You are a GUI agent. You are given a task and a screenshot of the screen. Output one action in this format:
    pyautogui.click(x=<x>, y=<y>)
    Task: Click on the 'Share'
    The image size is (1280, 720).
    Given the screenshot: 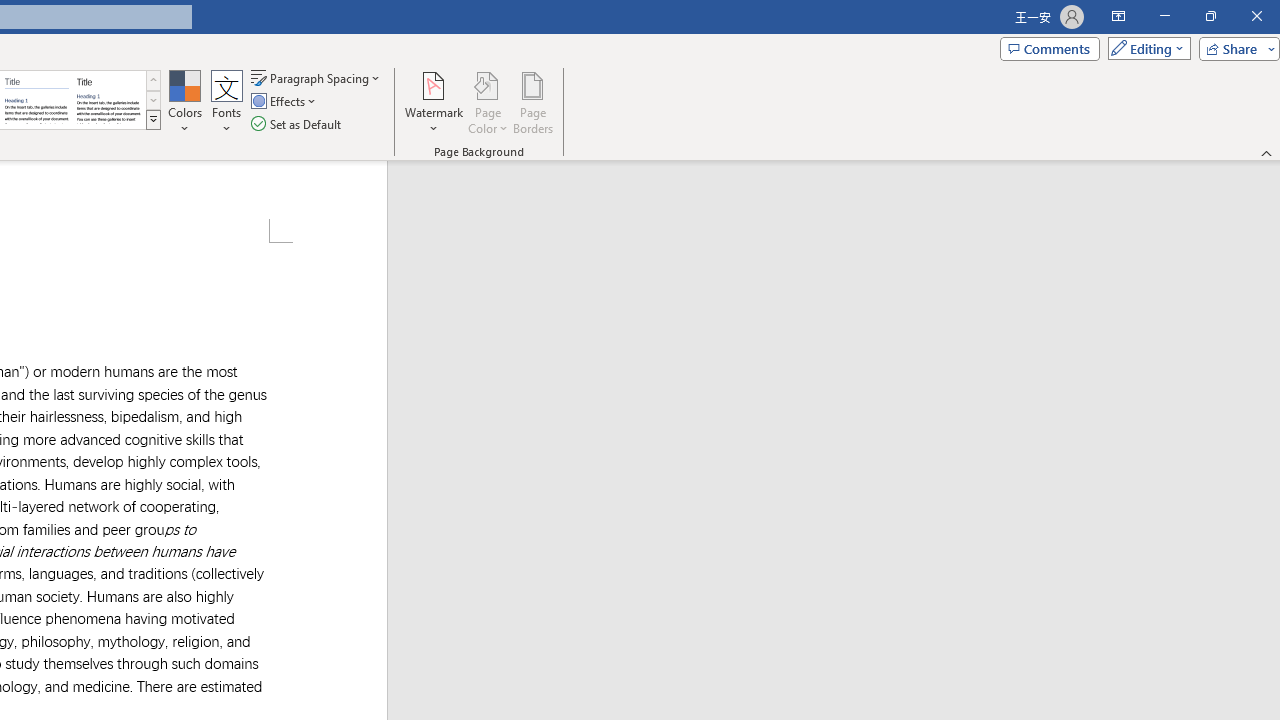 What is the action you would take?
    pyautogui.click(x=1234, y=47)
    